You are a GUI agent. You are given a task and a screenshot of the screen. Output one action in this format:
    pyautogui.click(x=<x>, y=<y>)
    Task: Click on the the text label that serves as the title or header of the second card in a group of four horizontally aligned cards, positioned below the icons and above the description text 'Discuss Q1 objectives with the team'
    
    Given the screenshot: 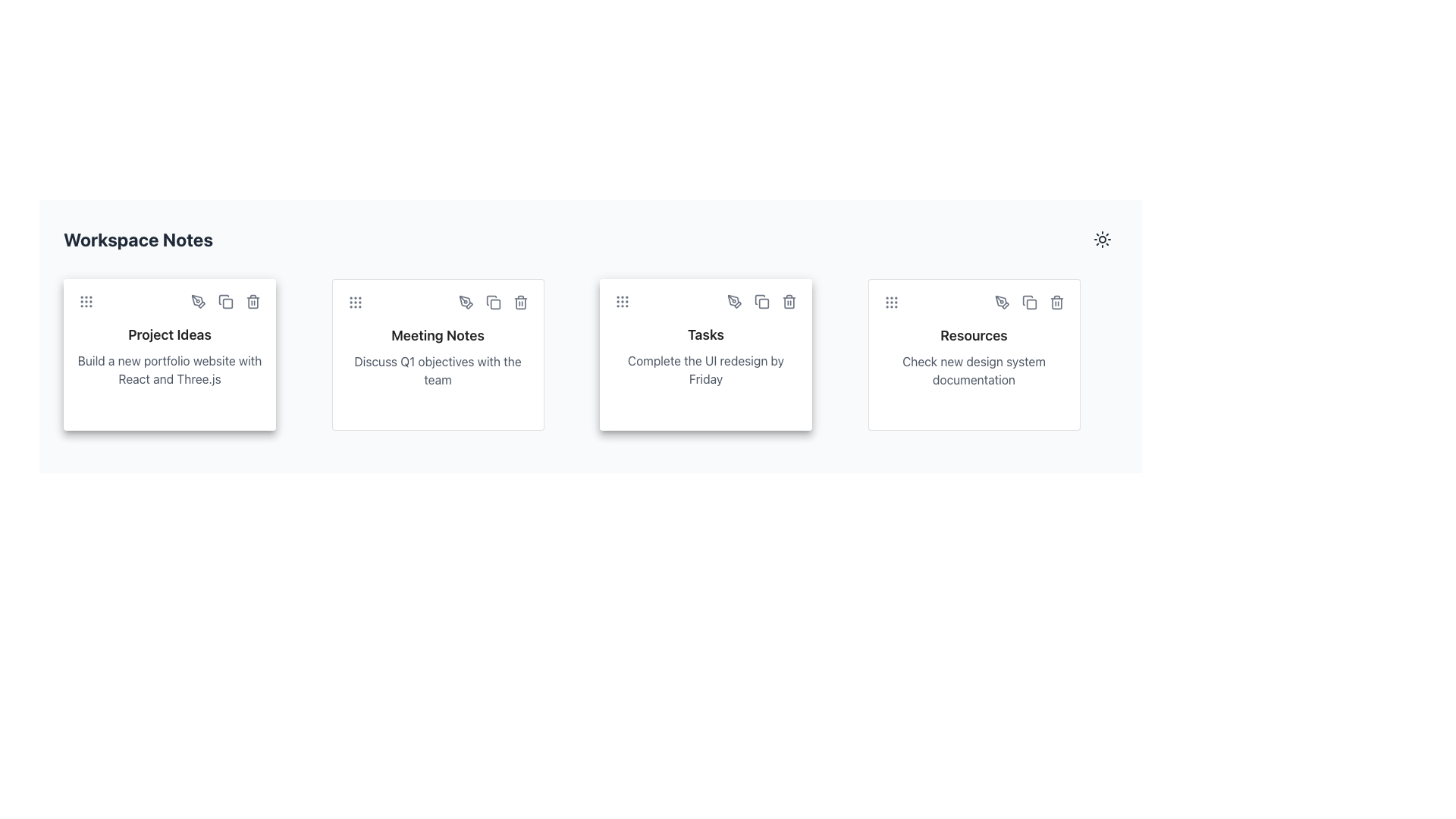 What is the action you would take?
    pyautogui.click(x=437, y=335)
    